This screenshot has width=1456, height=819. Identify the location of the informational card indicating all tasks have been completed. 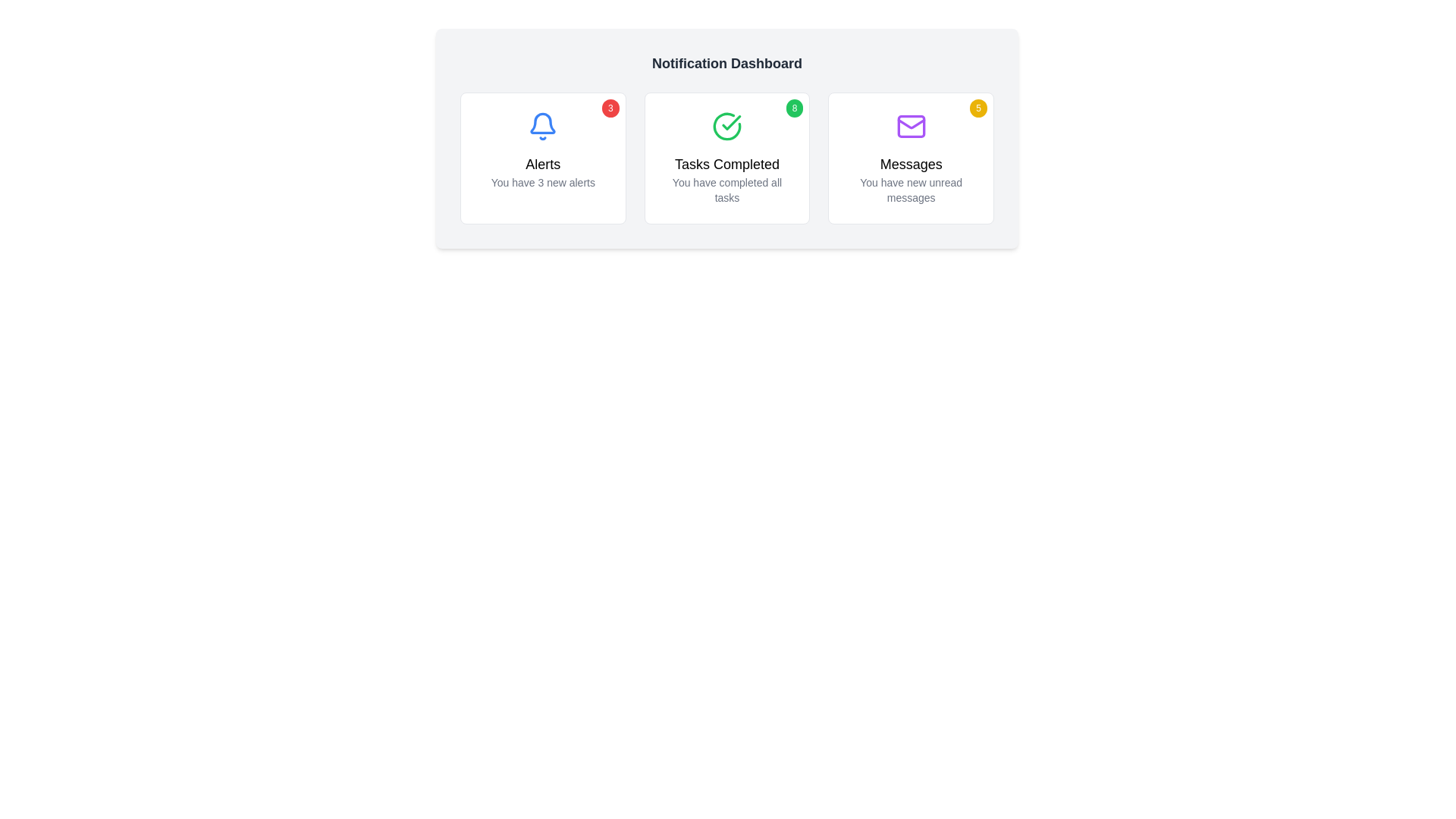
(726, 158).